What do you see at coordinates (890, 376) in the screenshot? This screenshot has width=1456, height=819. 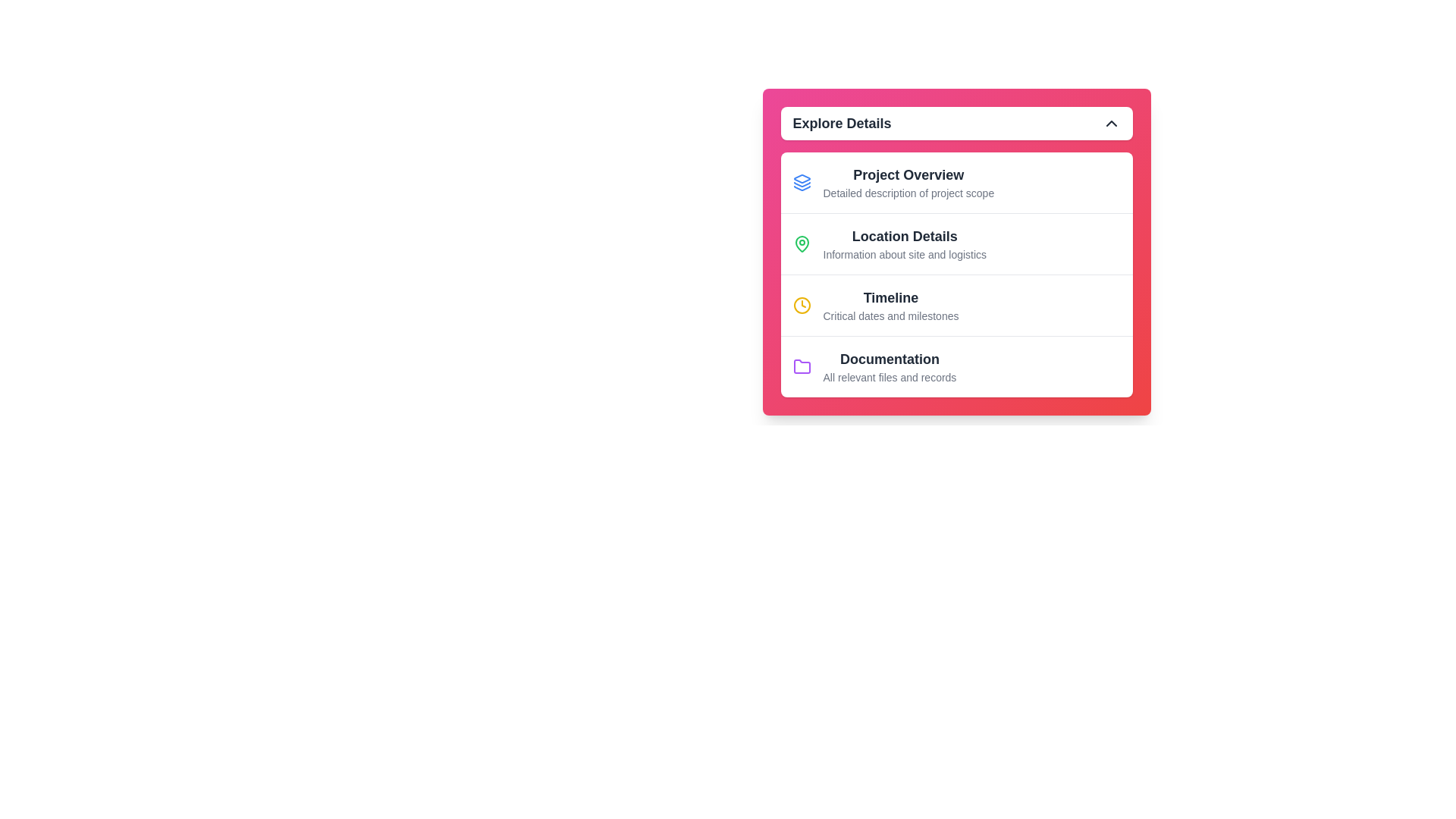 I see `text label providing a brief description of the 'Documentation' section, which indicates that it contains all relevant files and records` at bounding box center [890, 376].